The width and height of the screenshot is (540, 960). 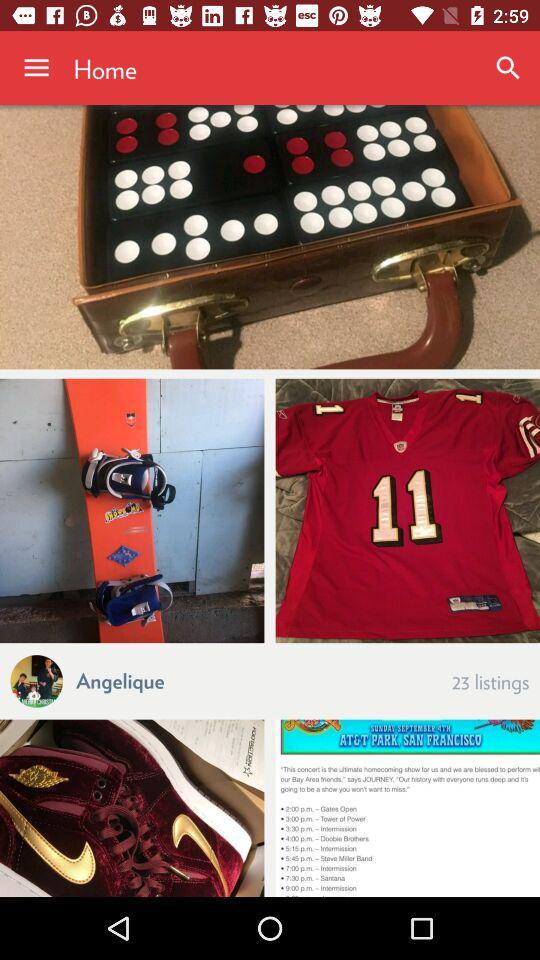 What do you see at coordinates (489, 680) in the screenshot?
I see `the 23 listings item` at bounding box center [489, 680].